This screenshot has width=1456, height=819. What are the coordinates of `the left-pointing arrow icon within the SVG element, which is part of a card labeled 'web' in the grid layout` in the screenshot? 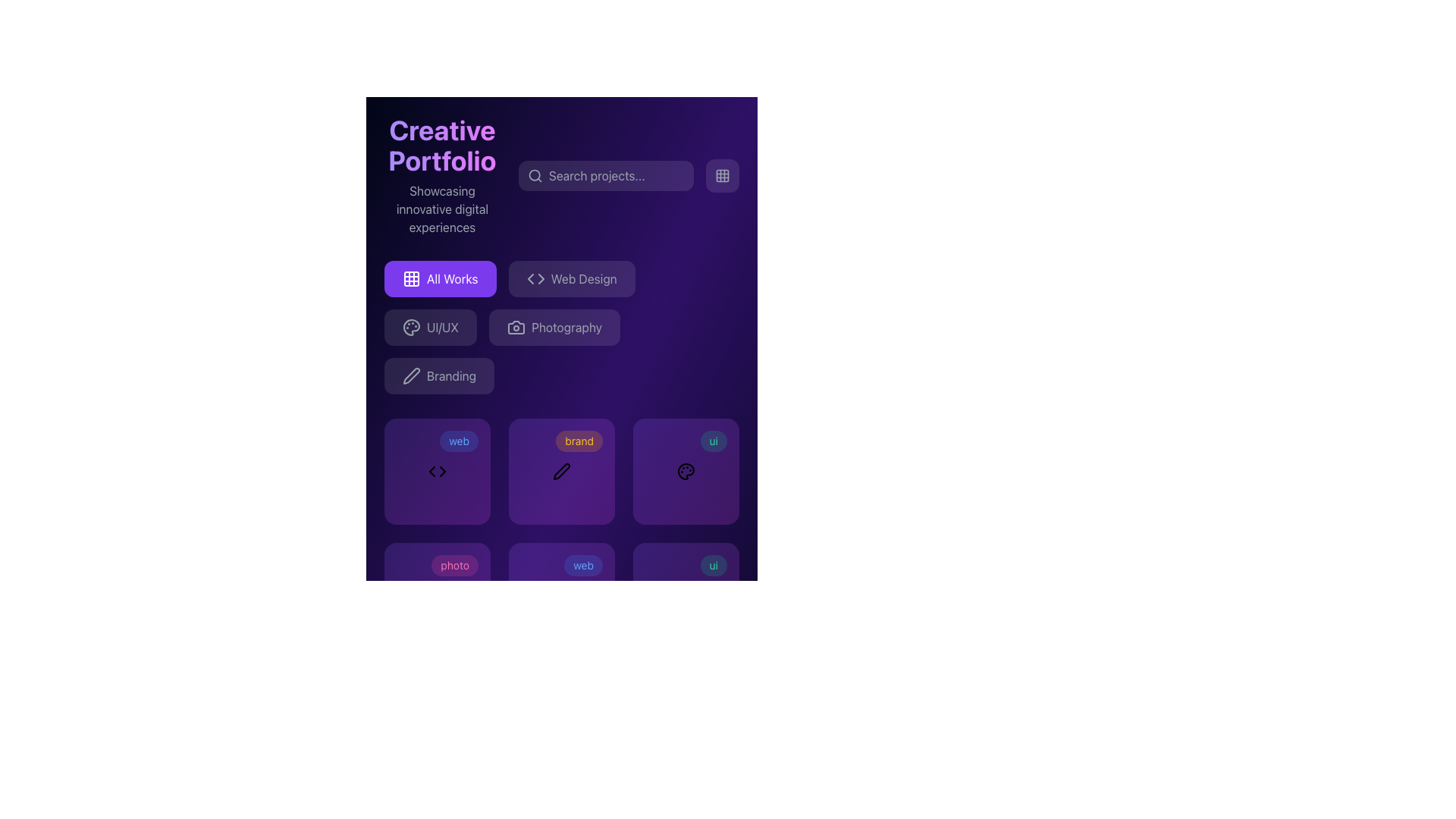 It's located at (431, 470).